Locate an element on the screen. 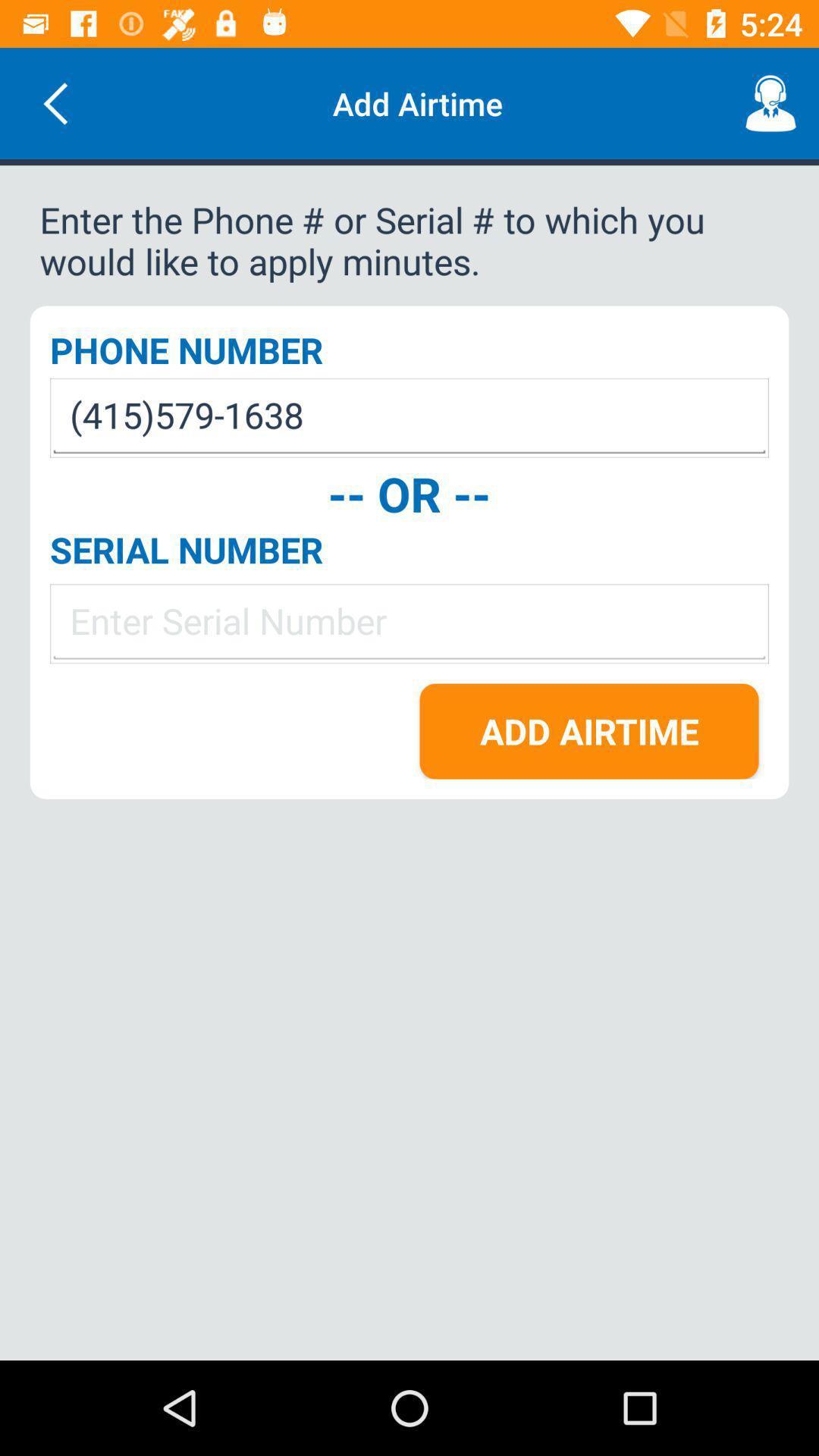 The image size is (819, 1456). the icon to the right of add airtime is located at coordinates (771, 102).